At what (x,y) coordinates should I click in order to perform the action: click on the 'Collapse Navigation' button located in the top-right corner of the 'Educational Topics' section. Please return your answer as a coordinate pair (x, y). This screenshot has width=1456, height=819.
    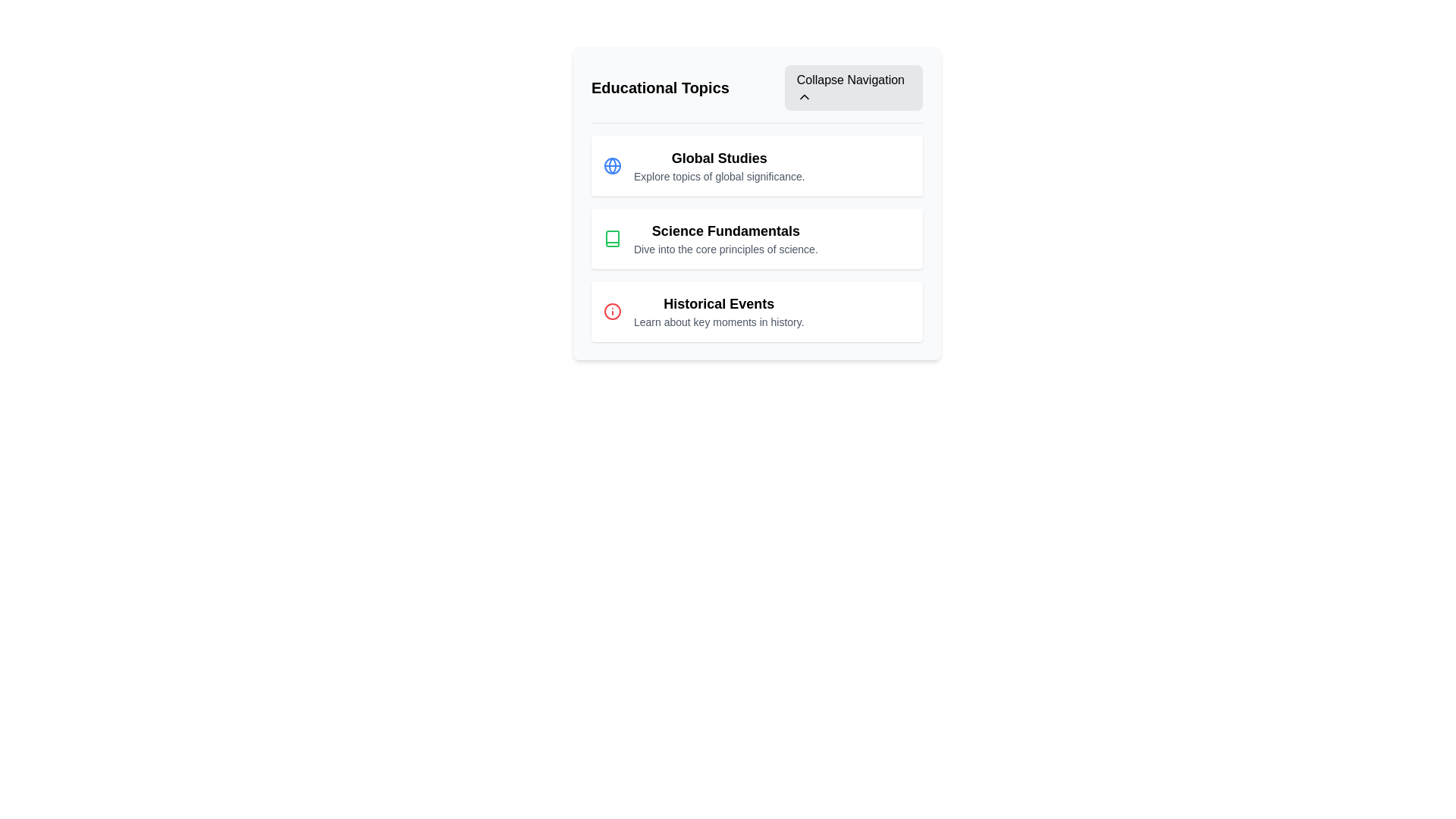
    Looking at the image, I should click on (853, 87).